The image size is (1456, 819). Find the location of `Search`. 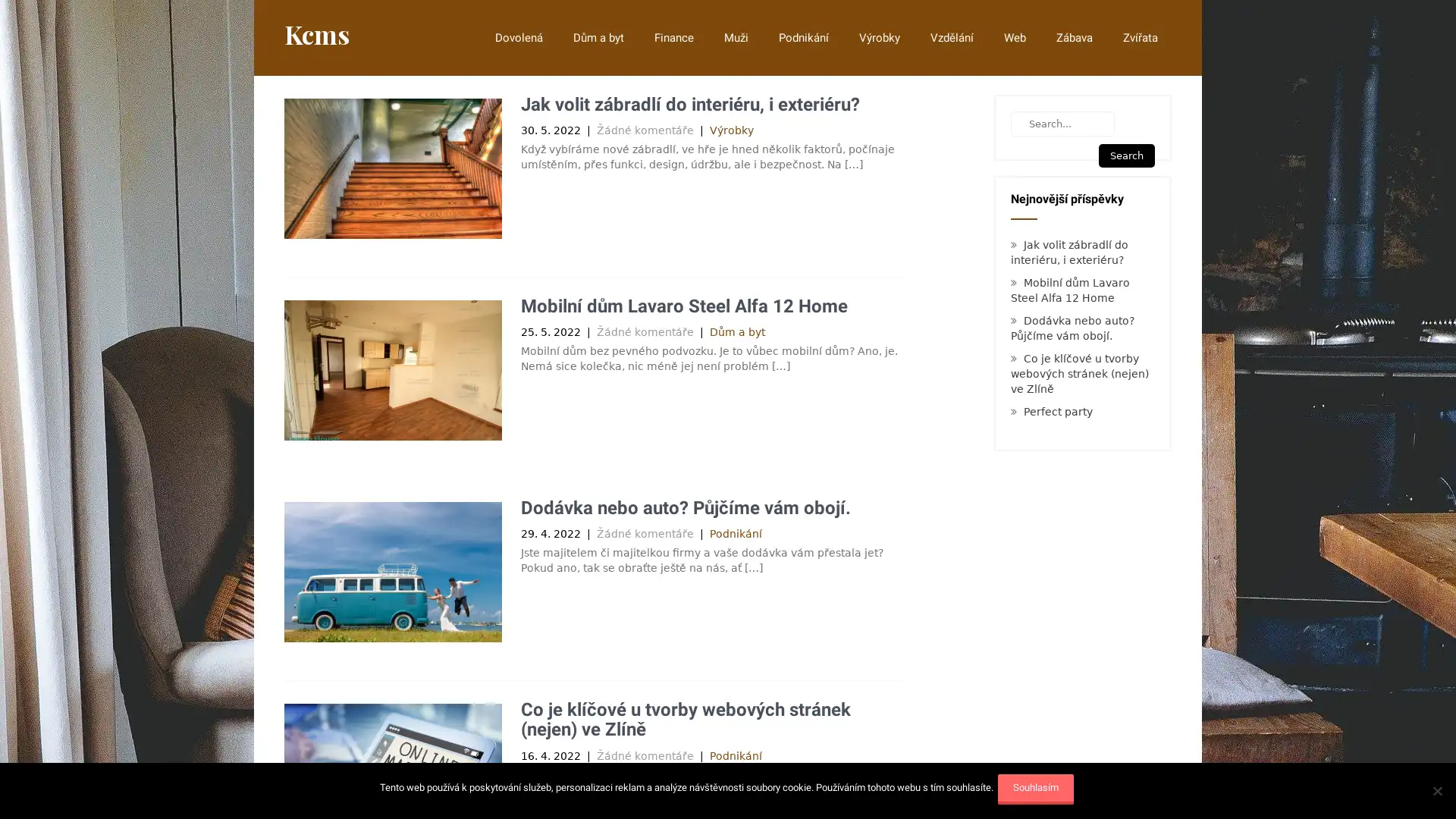

Search is located at coordinates (1127, 155).